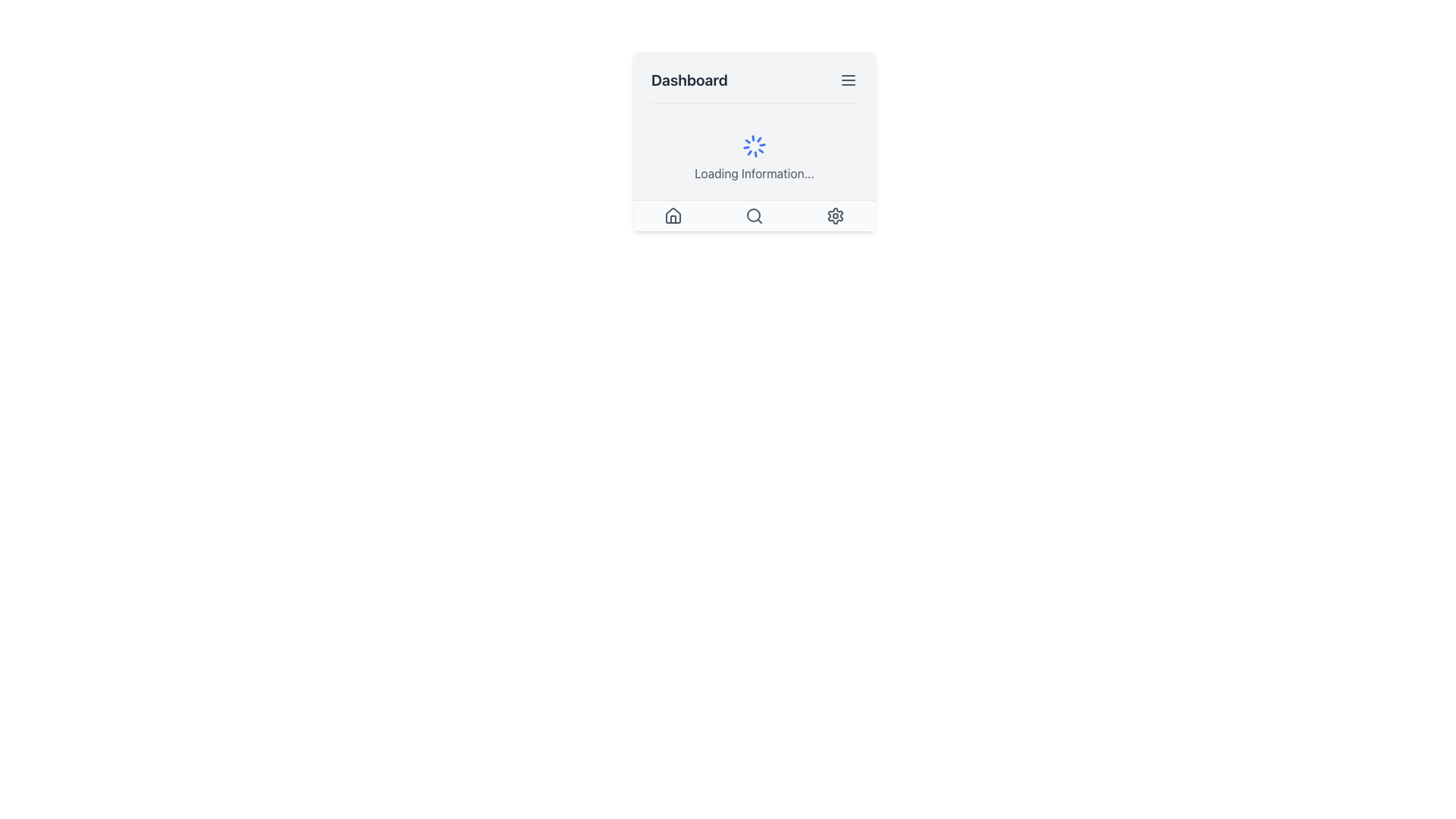 This screenshot has width=1456, height=819. Describe the element at coordinates (754, 216) in the screenshot. I see `the Search Button icon located in the bottom navigation bar, between the house icon and the settings icon` at that location.